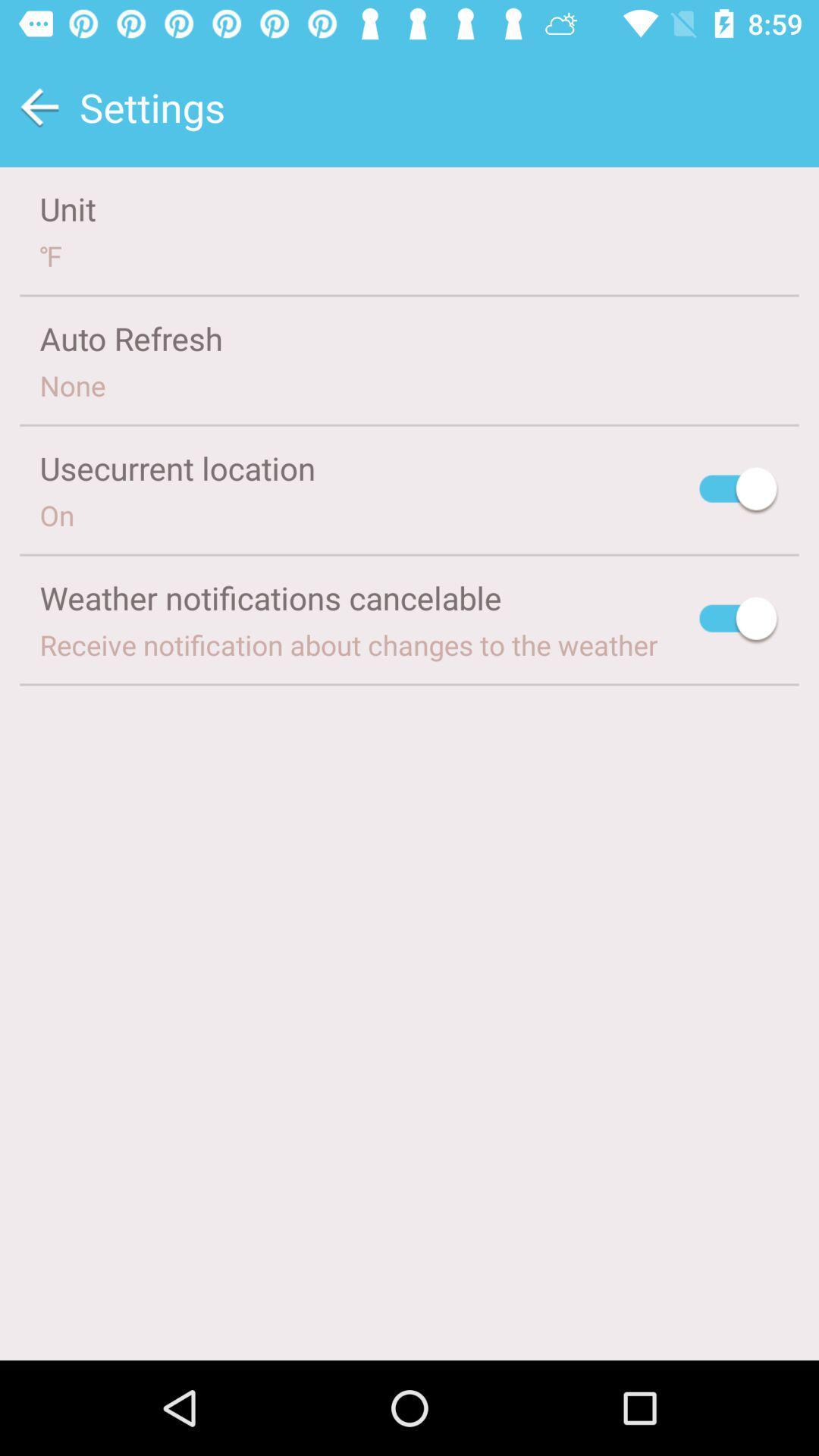 The width and height of the screenshot is (819, 1456). What do you see at coordinates (739, 621) in the screenshot?
I see `the icon to the right of weather notifications cancelable icon` at bounding box center [739, 621].